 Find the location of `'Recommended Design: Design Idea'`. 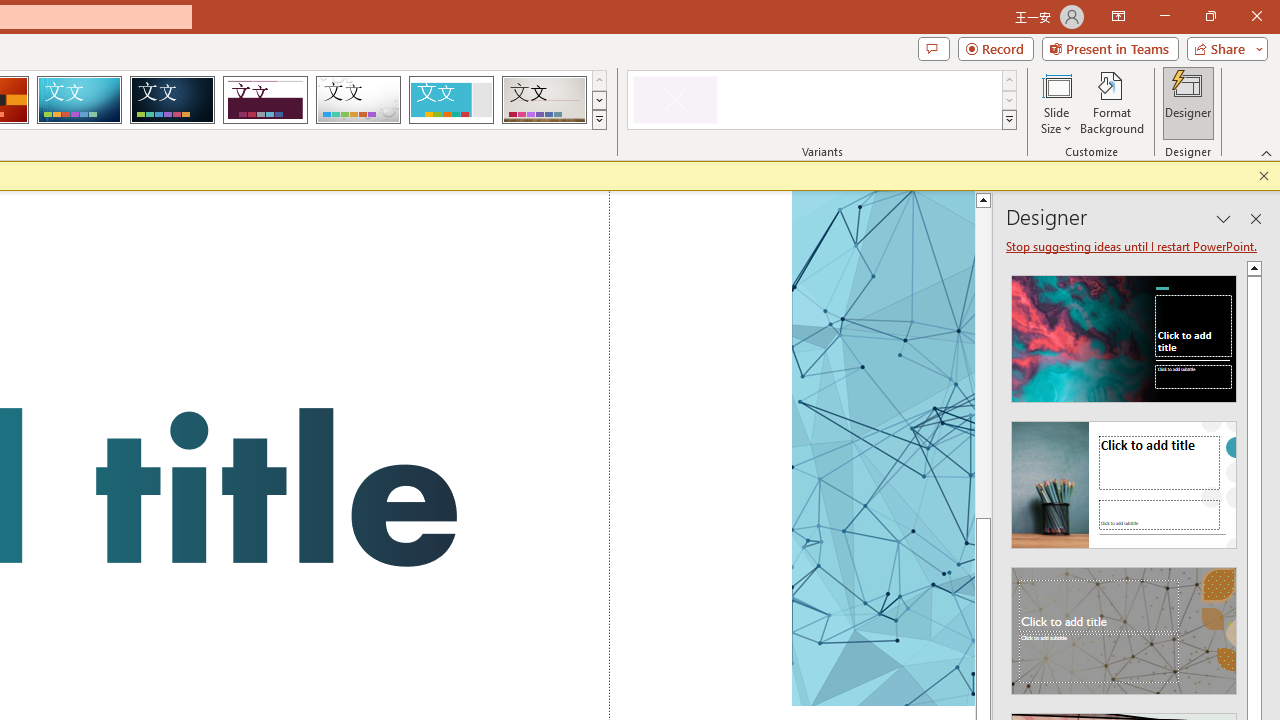

'Recommended Design: Design Idea' is located at coordinates (1124, 332).